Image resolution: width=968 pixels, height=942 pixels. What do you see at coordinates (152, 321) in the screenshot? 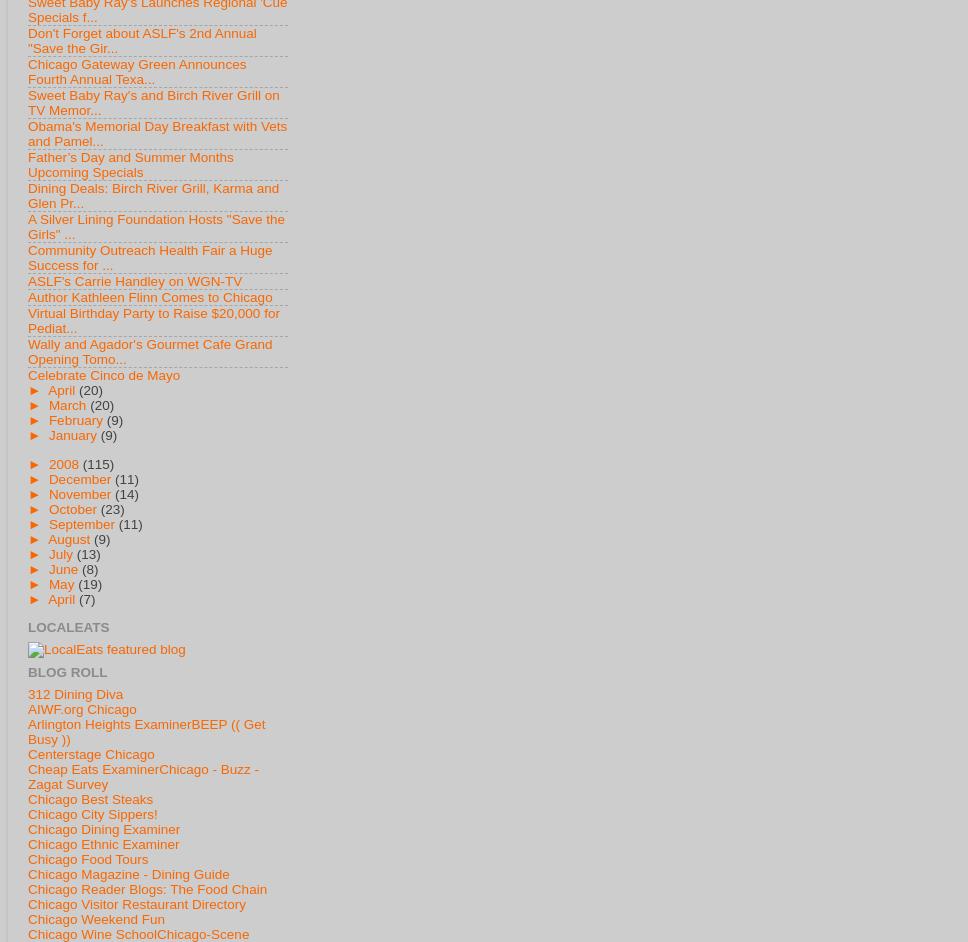
I see `'Virtual Birthday Party to Raise $20,000 for Pediat...'` at bounding box center [152, 321].